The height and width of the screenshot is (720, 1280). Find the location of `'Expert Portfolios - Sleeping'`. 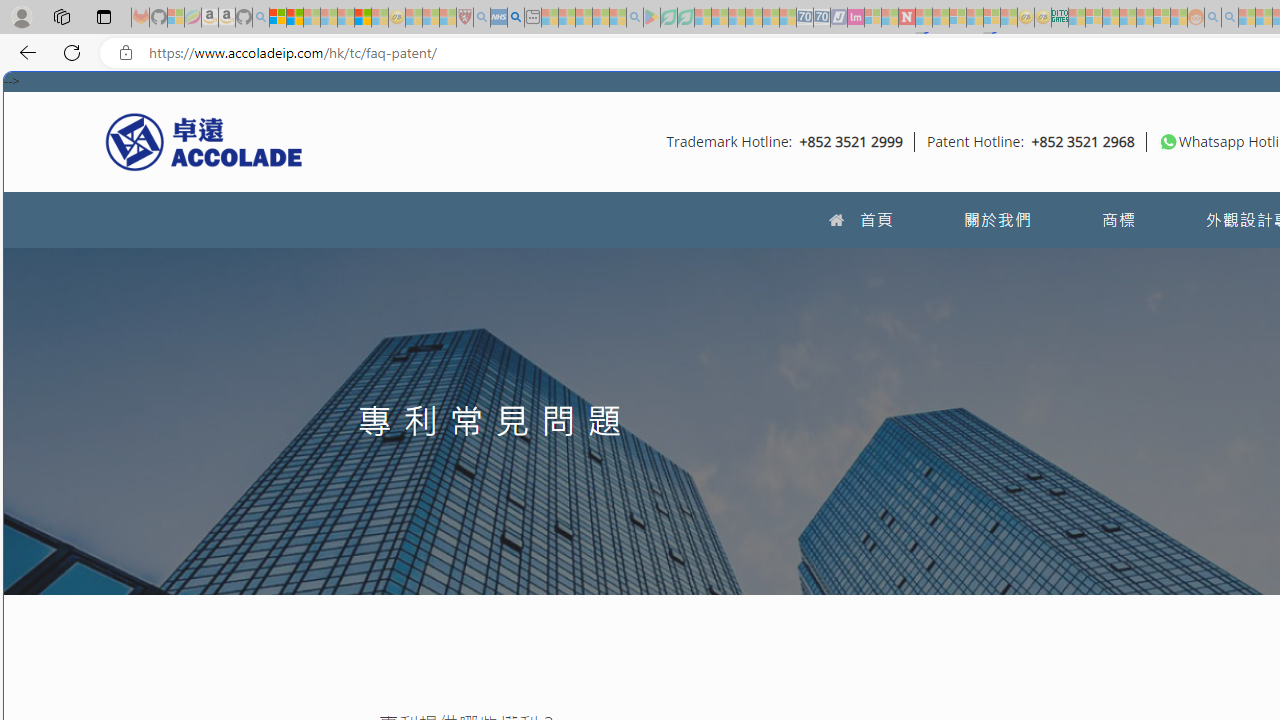

'Expert Portfolios - Sleeping' is located at coordinates (1128, 17).